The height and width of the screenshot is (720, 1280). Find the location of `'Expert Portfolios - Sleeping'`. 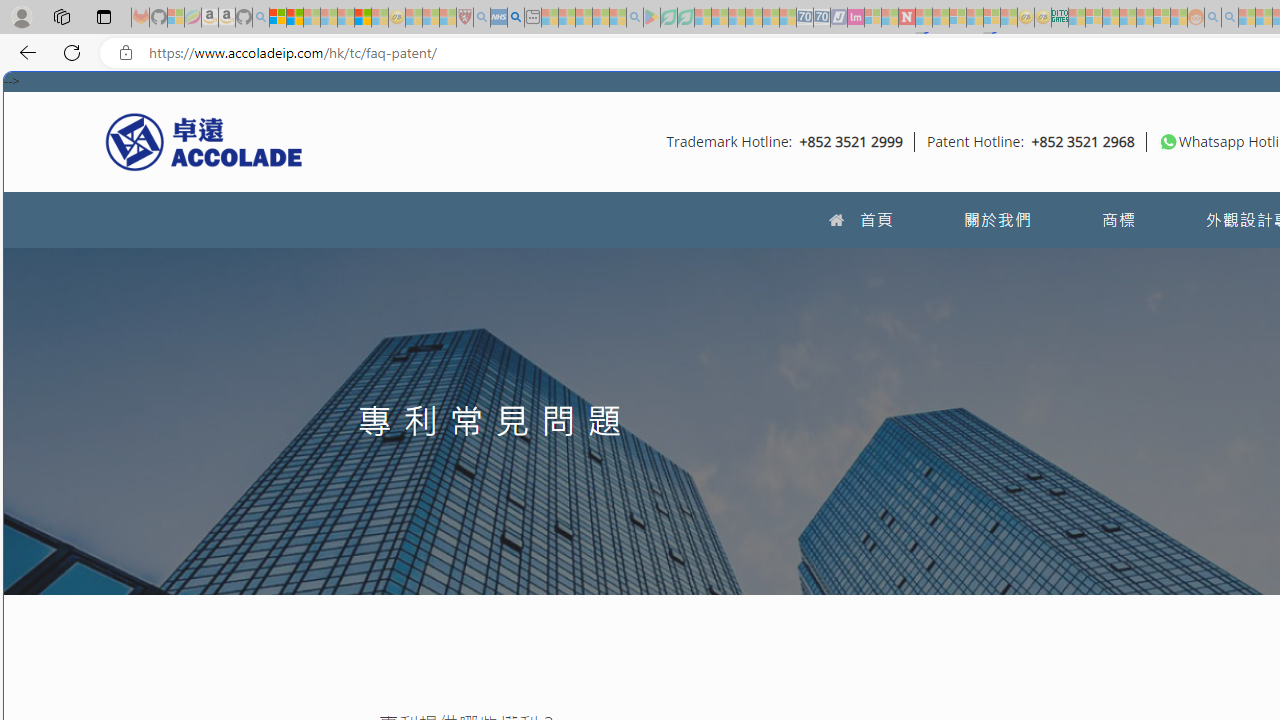

'Expert Portfolios - Sleeping' is located at coordinates (1128, 17).